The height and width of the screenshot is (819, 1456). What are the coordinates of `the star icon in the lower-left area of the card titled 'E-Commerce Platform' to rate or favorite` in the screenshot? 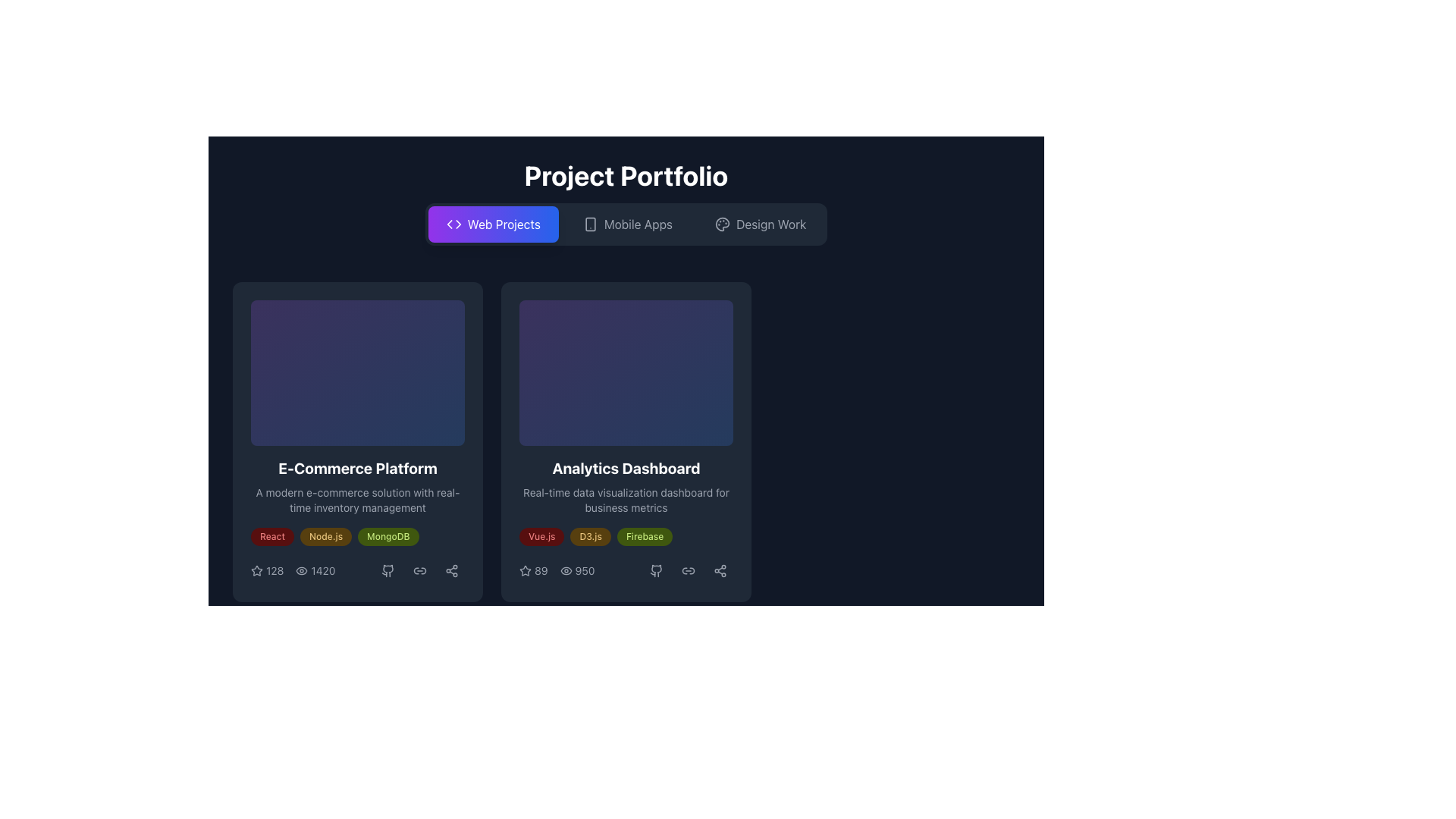 It's located at (267, 570).